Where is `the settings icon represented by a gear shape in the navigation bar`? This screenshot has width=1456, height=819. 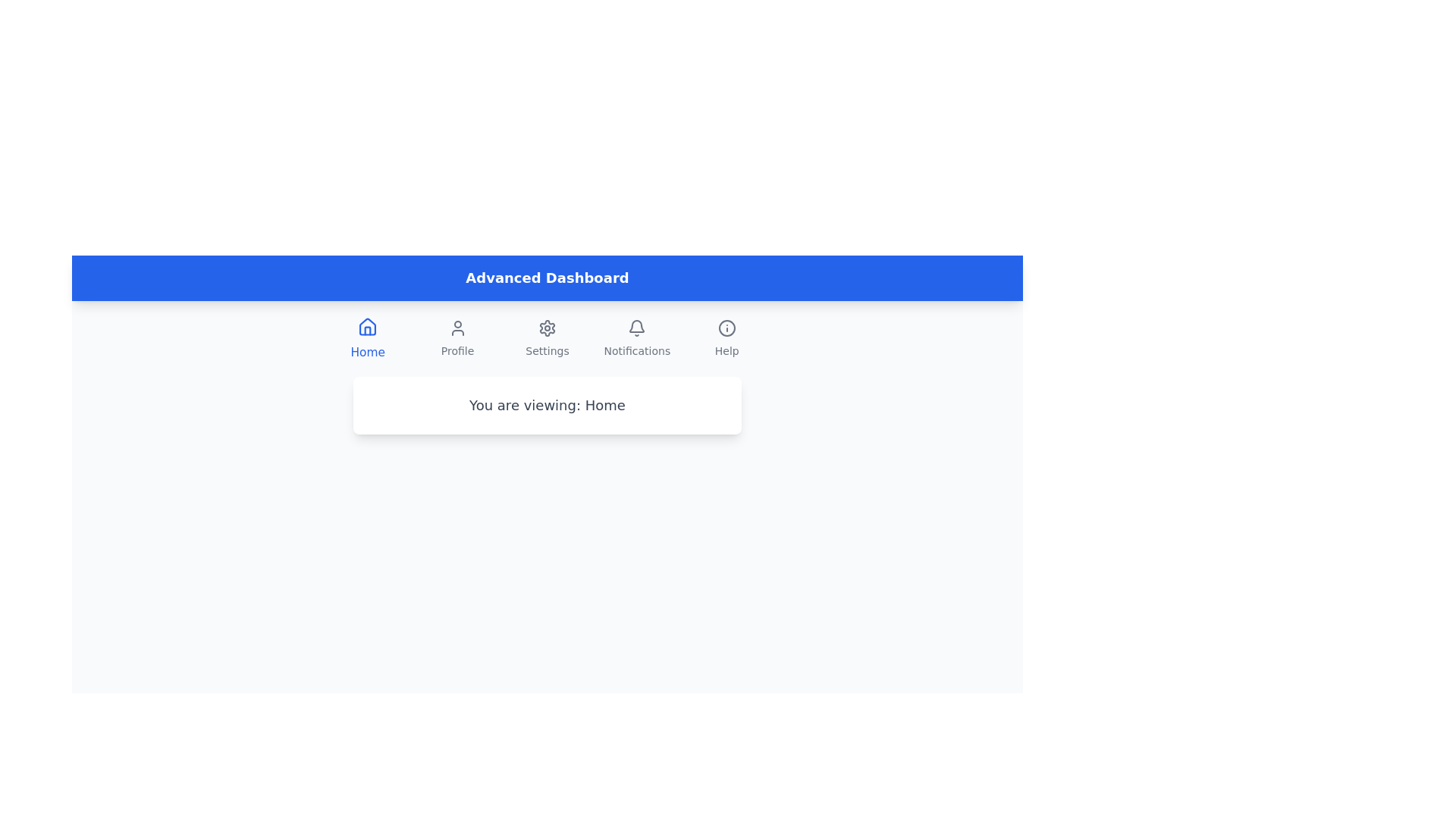 the settings icon represented by a gear shape in the navigation bar is located at coordinates (546, 327).